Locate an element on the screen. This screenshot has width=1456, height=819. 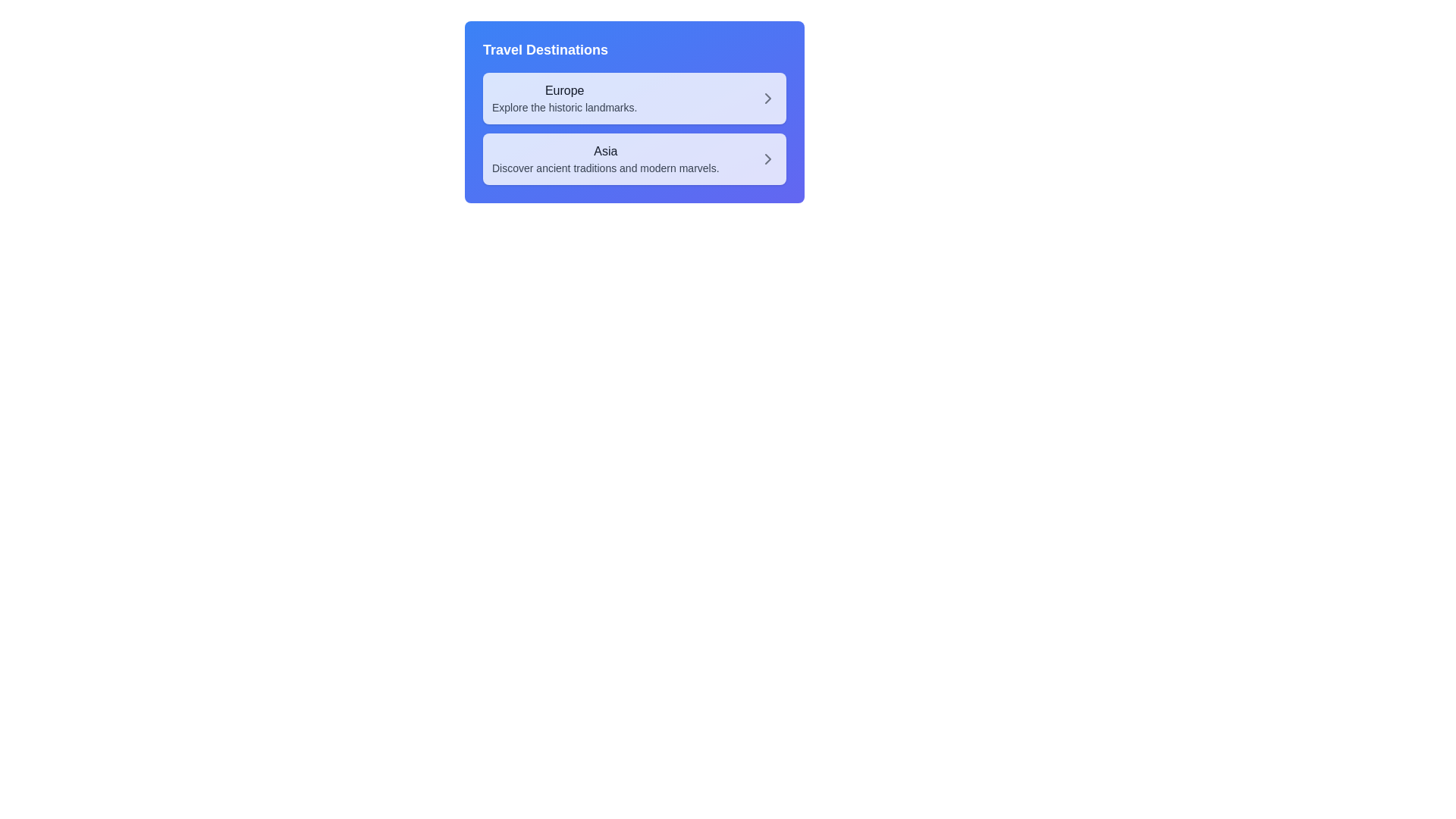
the second list item in the 'Travel Destinations' section is located at coordinates (604, 158).